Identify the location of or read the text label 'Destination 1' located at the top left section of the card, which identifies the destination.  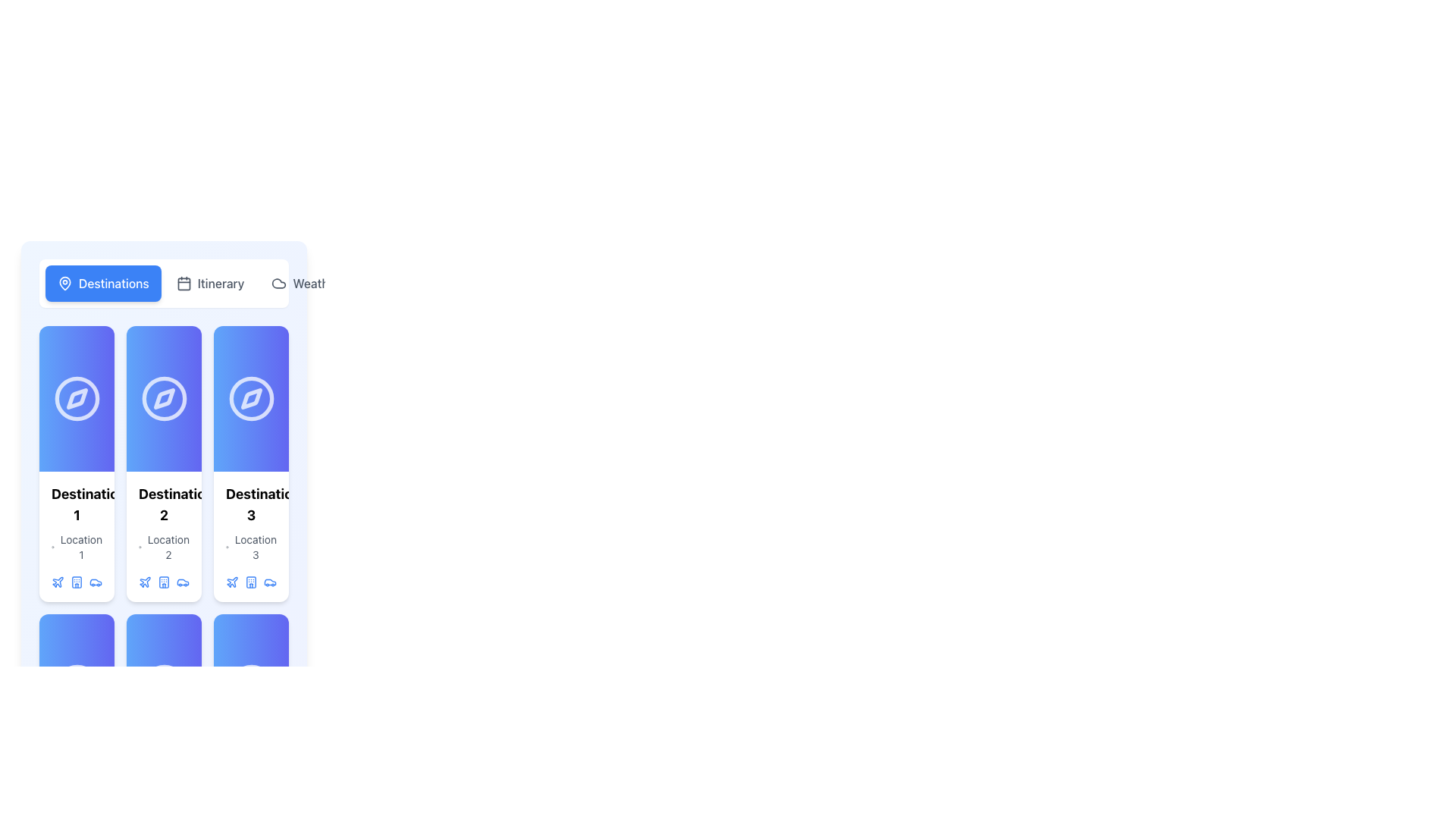
(76, 505).